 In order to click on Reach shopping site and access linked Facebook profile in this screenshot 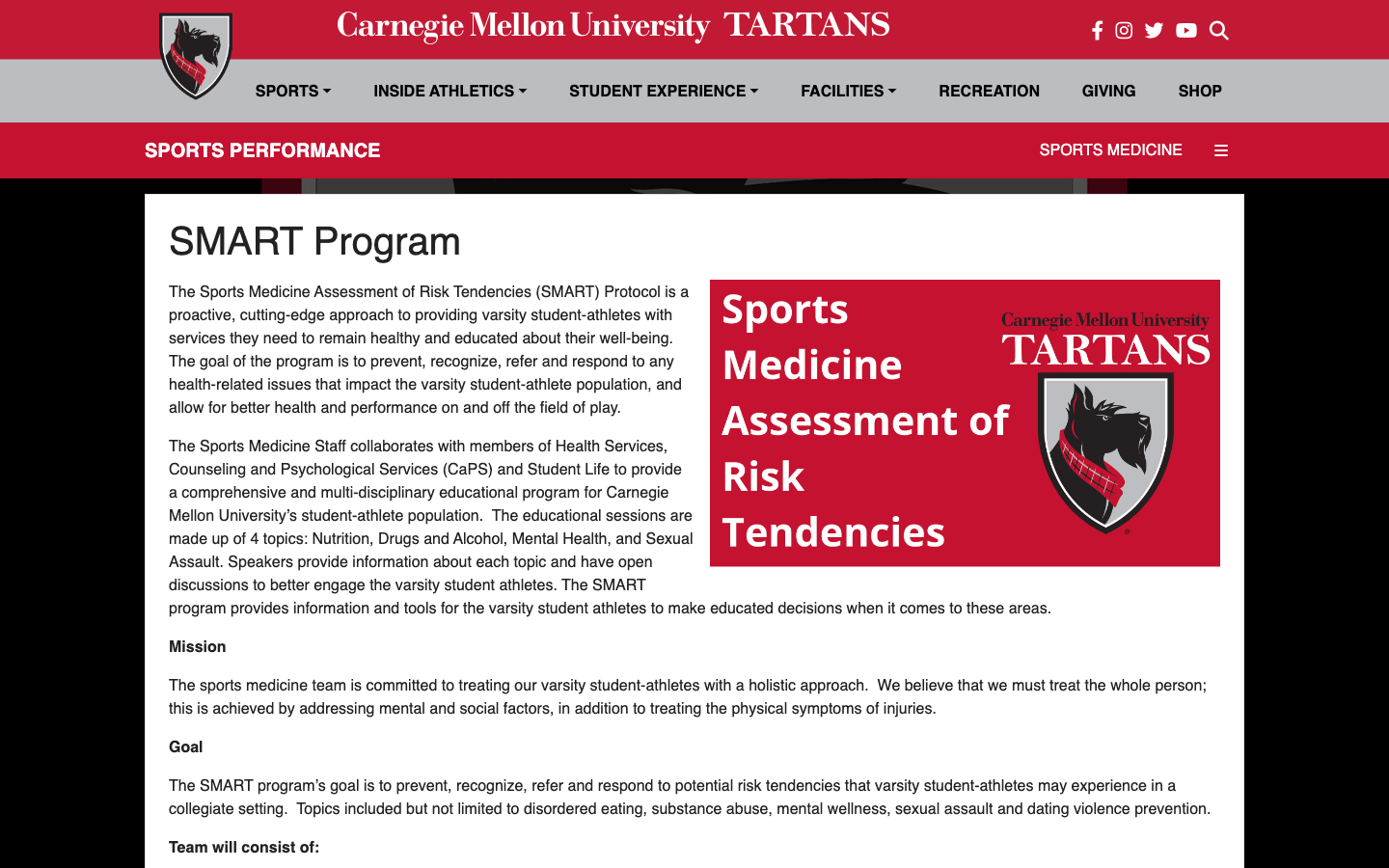, I will do `click(1199, 90)`.